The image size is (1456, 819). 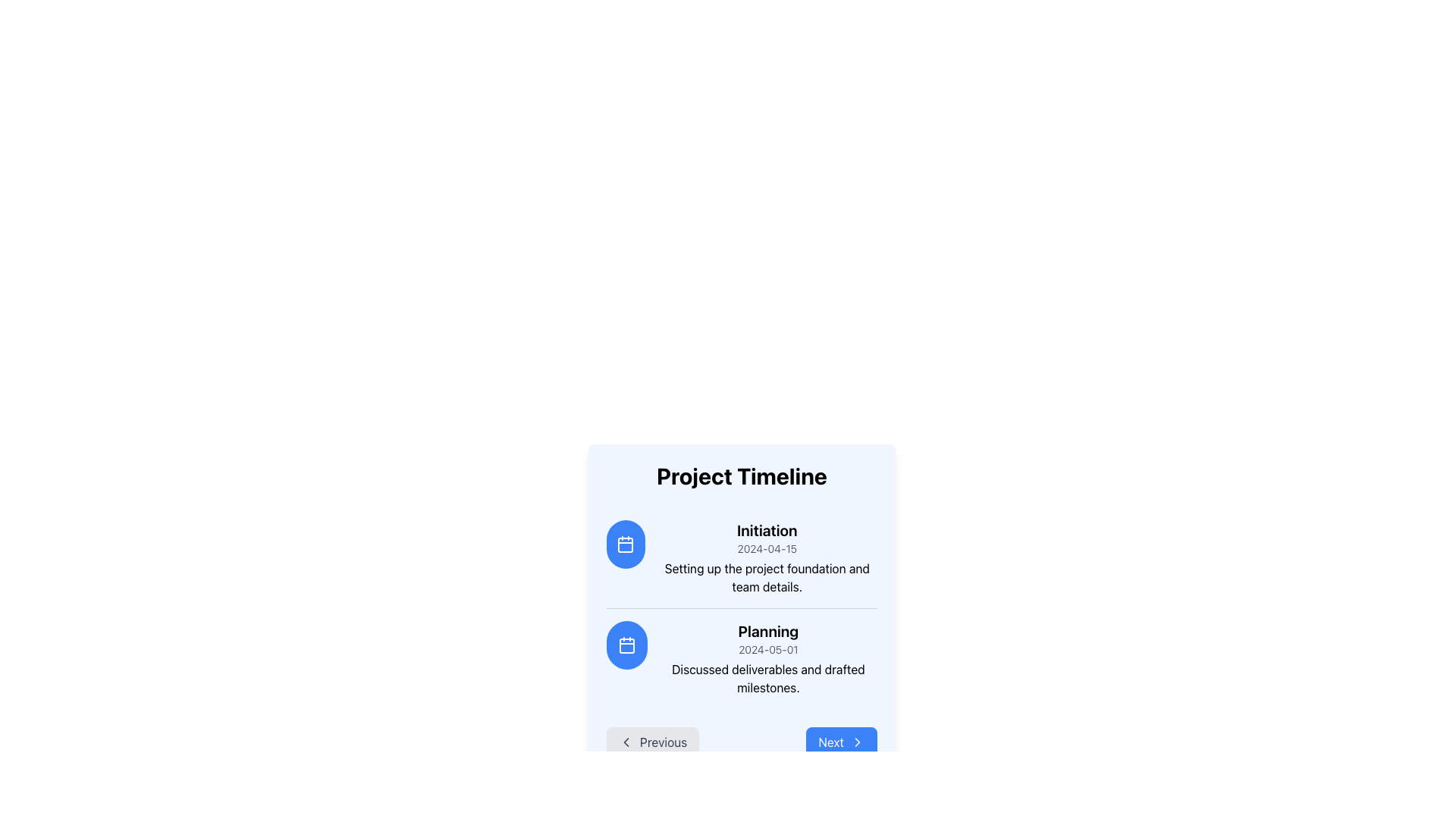 What do you see at coordinates (626, 645) in the screenshot?
I see `the first calendar icon in the project phases list, which has a blue circular background and a white calendar graphic, located at the top of the list labeled 'Initiation'` at bounding box center [626, 645].